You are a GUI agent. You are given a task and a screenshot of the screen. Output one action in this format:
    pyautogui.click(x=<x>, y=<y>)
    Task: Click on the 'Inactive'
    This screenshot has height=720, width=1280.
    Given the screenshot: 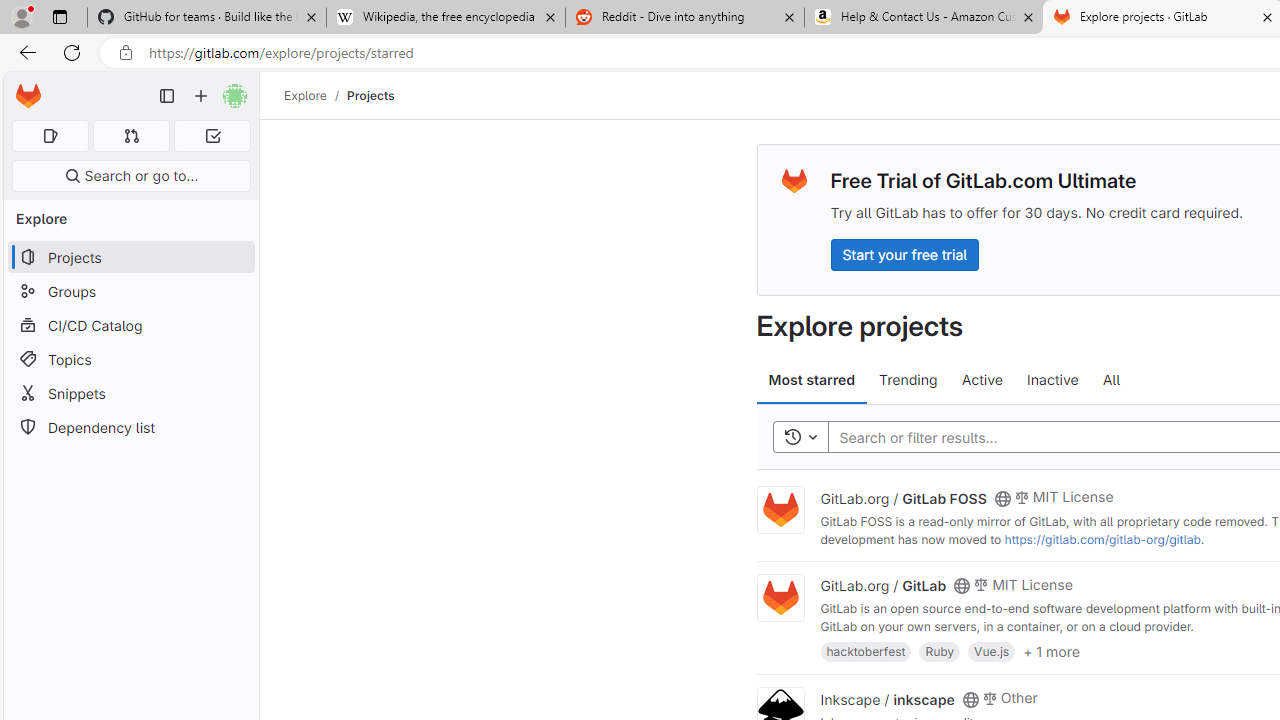 What is the action you would take?
    pyautogui.click(x=1051, y=380)
    